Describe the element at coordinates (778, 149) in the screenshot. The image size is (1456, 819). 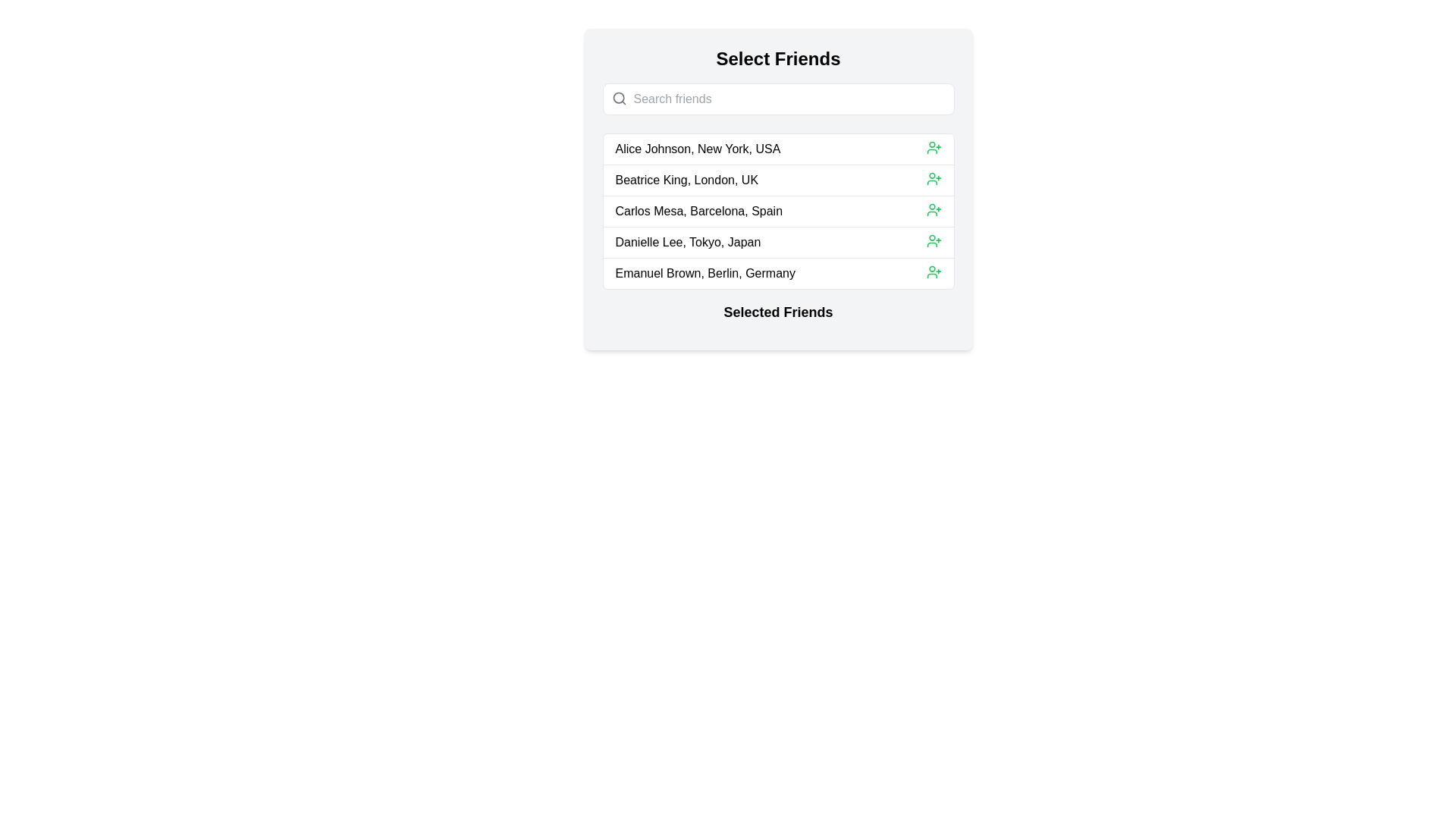
I see `the selectable entry for 'Alice Johnson, New York, USA' to focus or view details` at that location.